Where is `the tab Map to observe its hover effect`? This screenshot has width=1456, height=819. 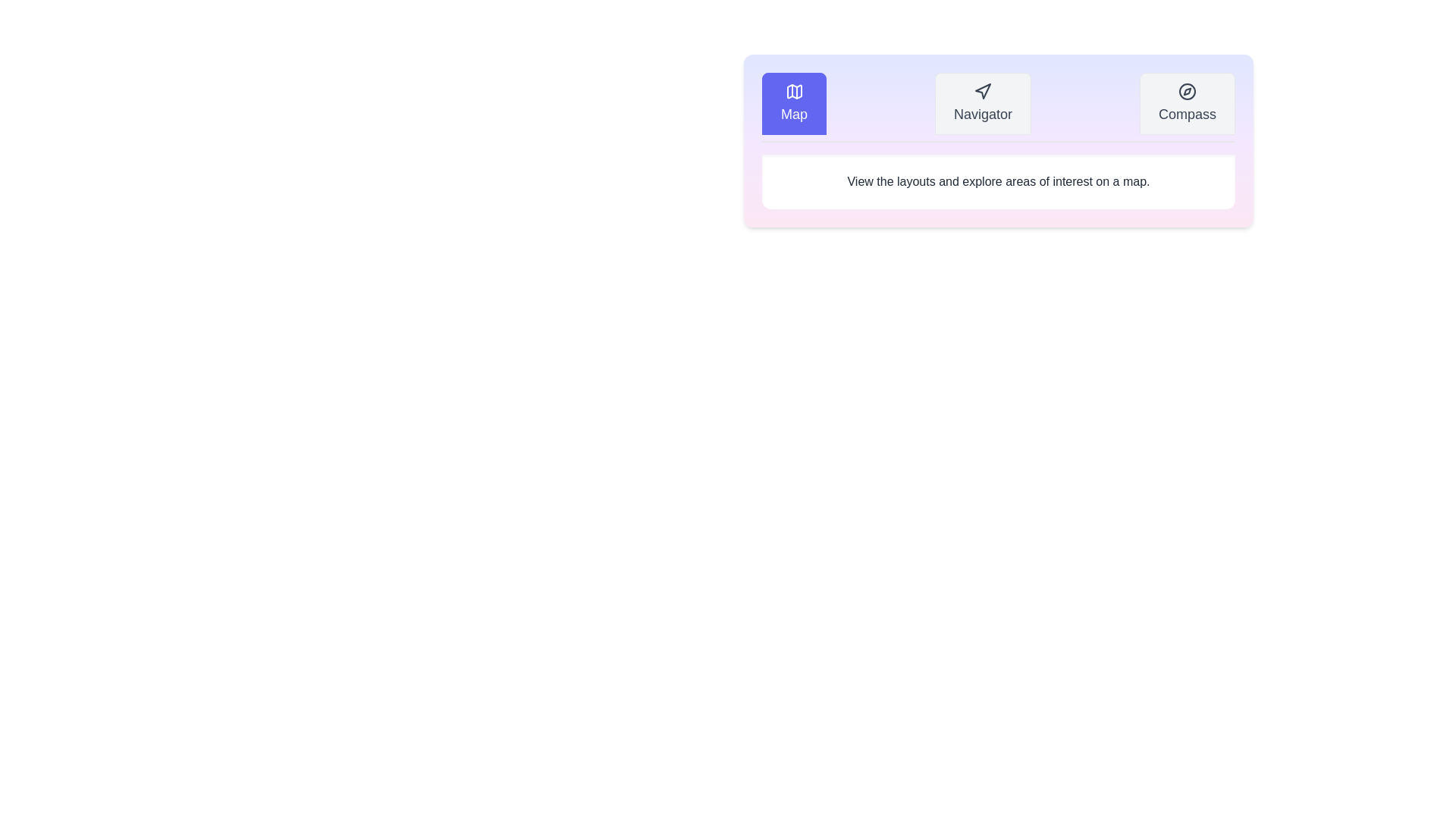
the tab Map to observe its hover effect is located at coordinates (792, 103).